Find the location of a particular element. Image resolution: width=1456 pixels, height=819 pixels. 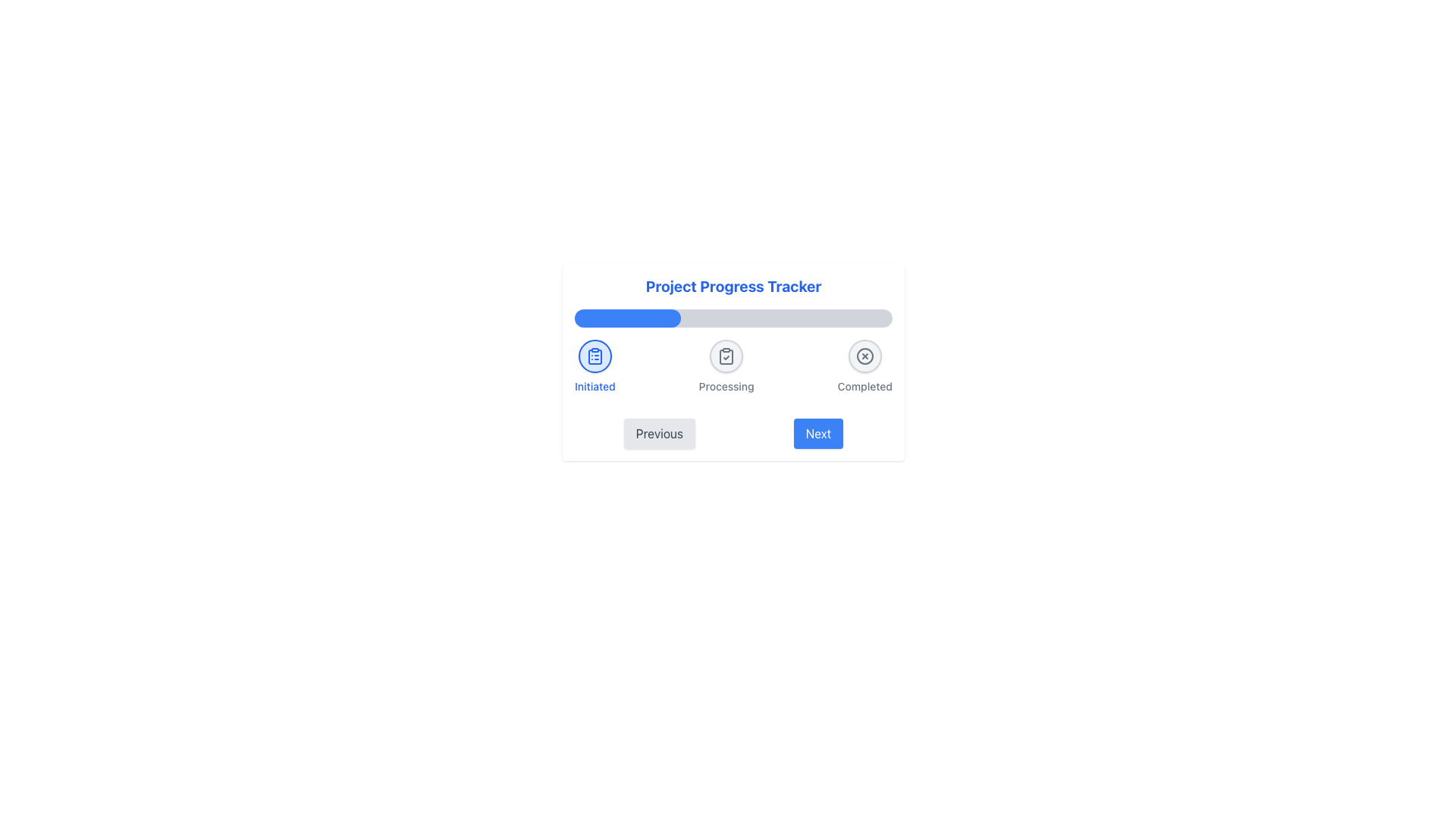

the gray stroke circle with a diameter of 20 pixels, located in the 'Completed' section of the progress tracker, near the bottom-right of the main interface card is located at coordinates (864, 356).